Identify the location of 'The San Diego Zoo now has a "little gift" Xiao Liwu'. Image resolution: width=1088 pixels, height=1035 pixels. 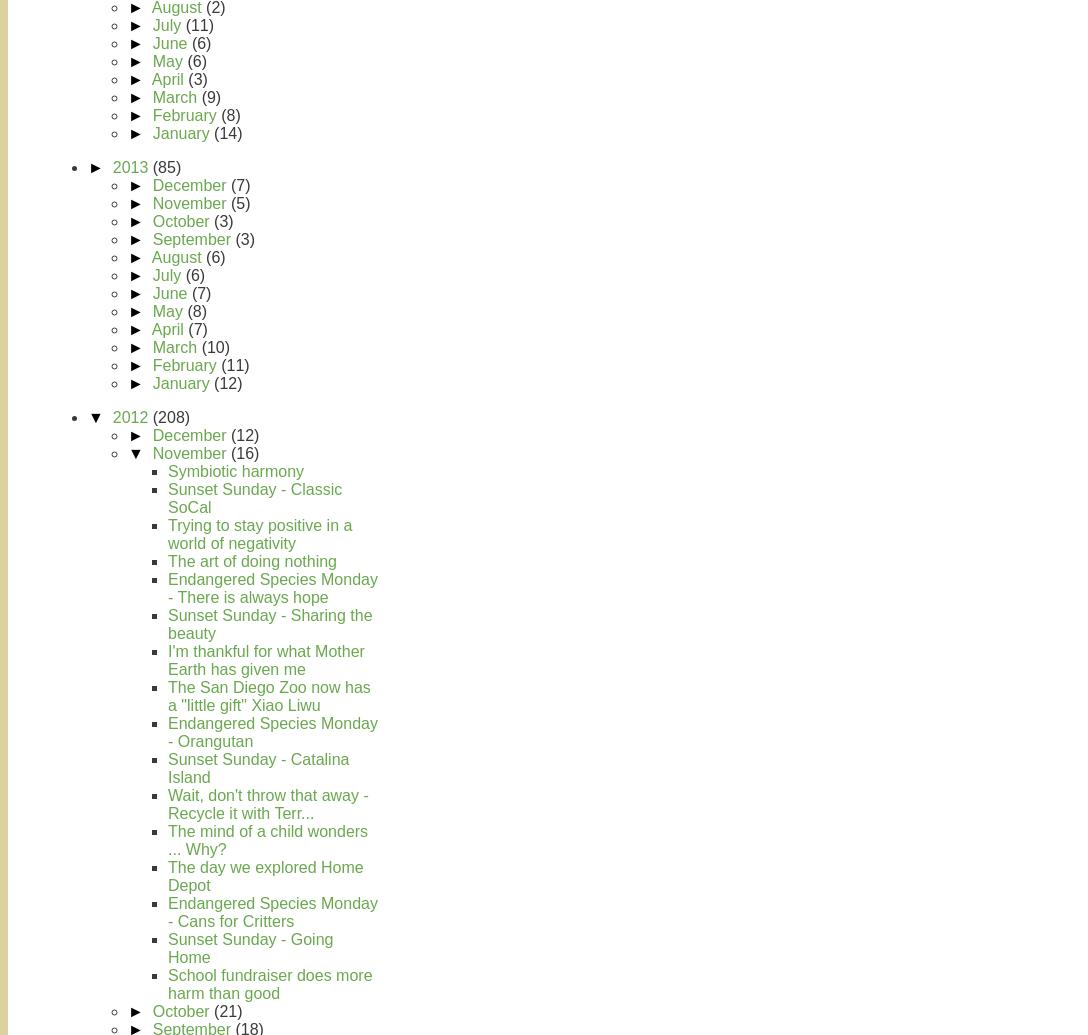
(267, 695).